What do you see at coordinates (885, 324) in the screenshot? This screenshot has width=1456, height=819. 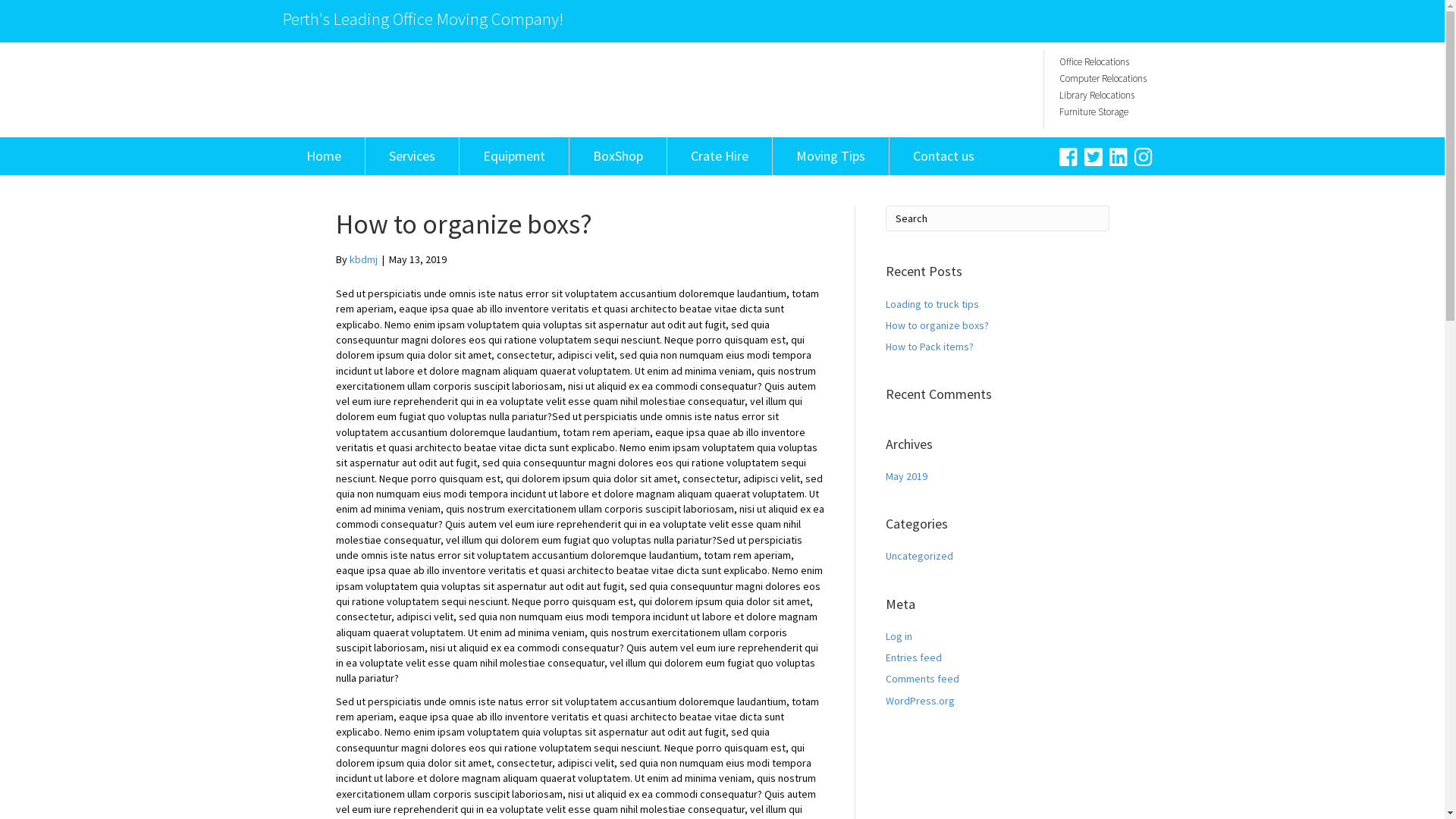 I see `'How to organize boxs?'` at bounding box center [885, 324].